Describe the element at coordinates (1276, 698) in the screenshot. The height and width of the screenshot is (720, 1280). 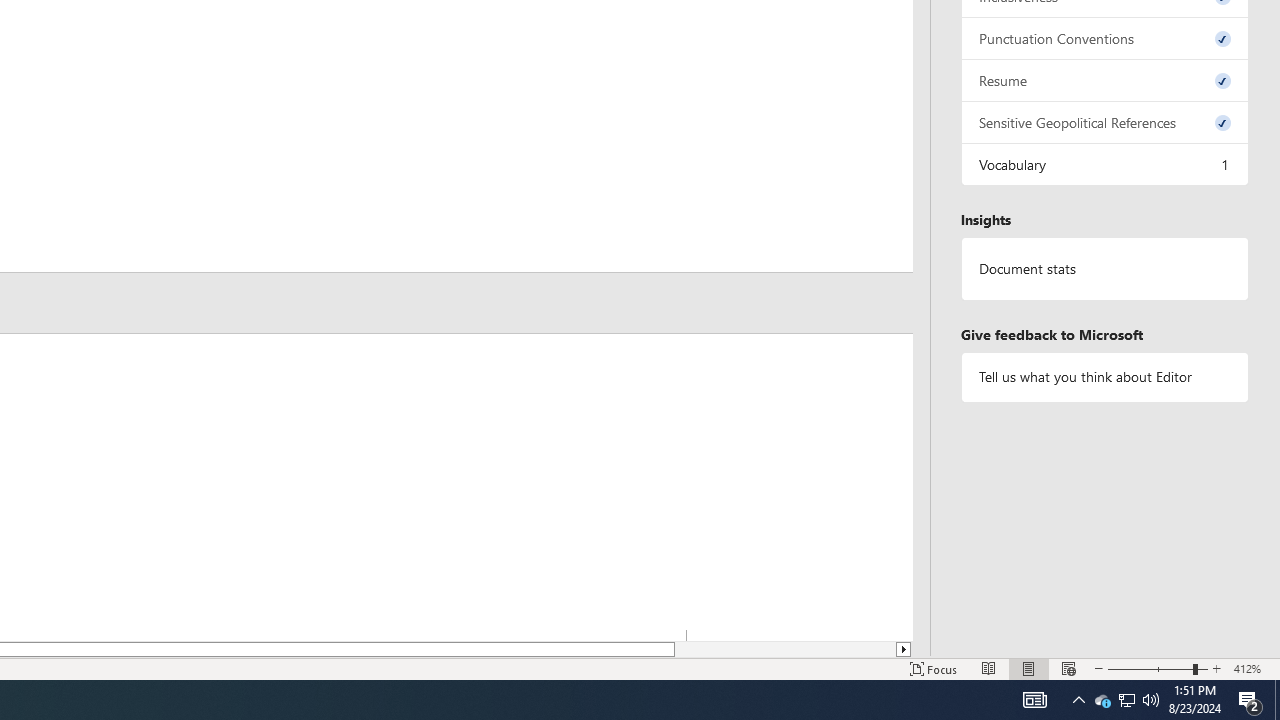
I see `'Show desktop'` at that location.